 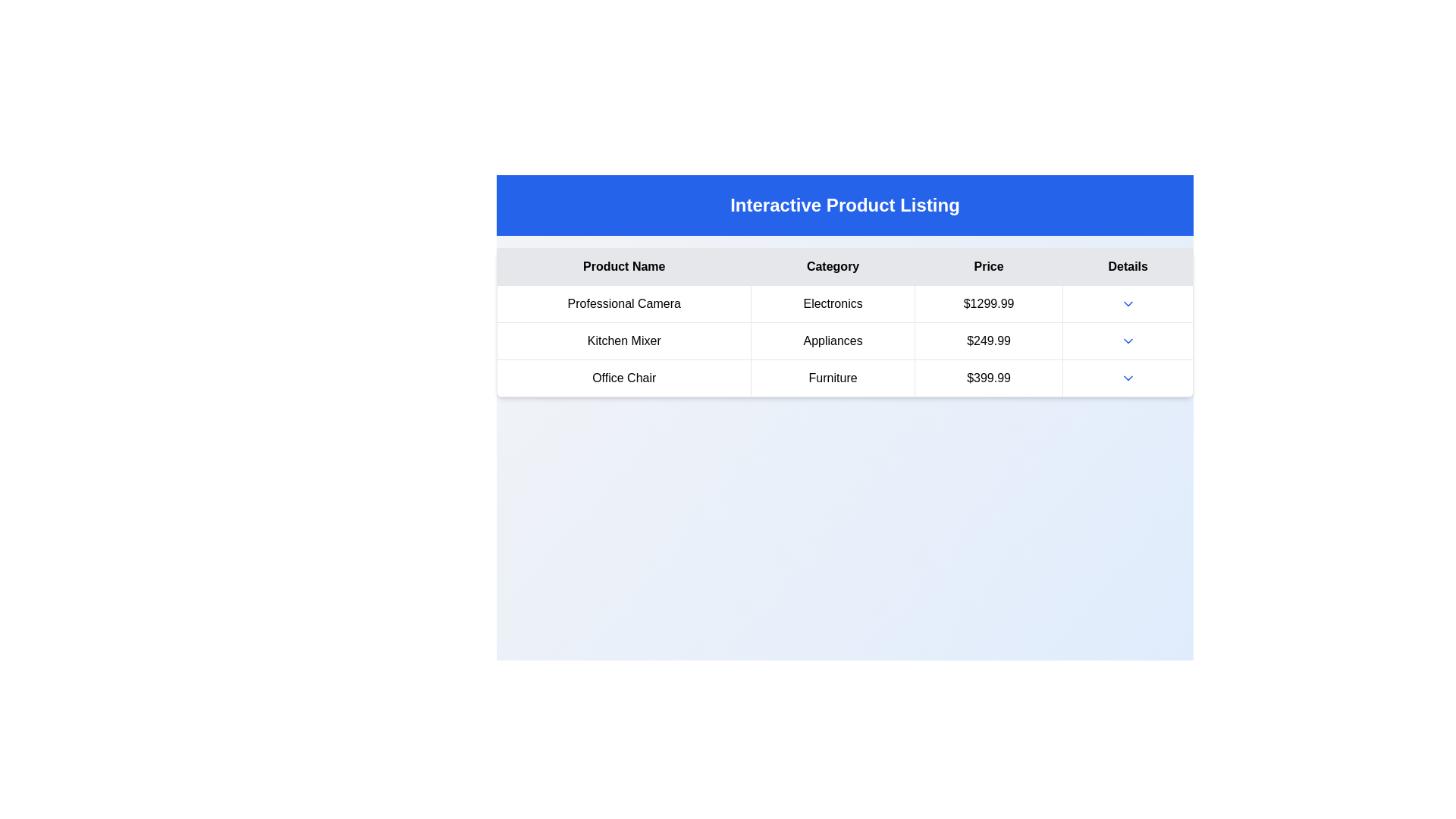 I want to click on the price label for the product 'Kitchen Mixer' located in the third cell of the second row in the product listing table, so click(x=989, y=341).